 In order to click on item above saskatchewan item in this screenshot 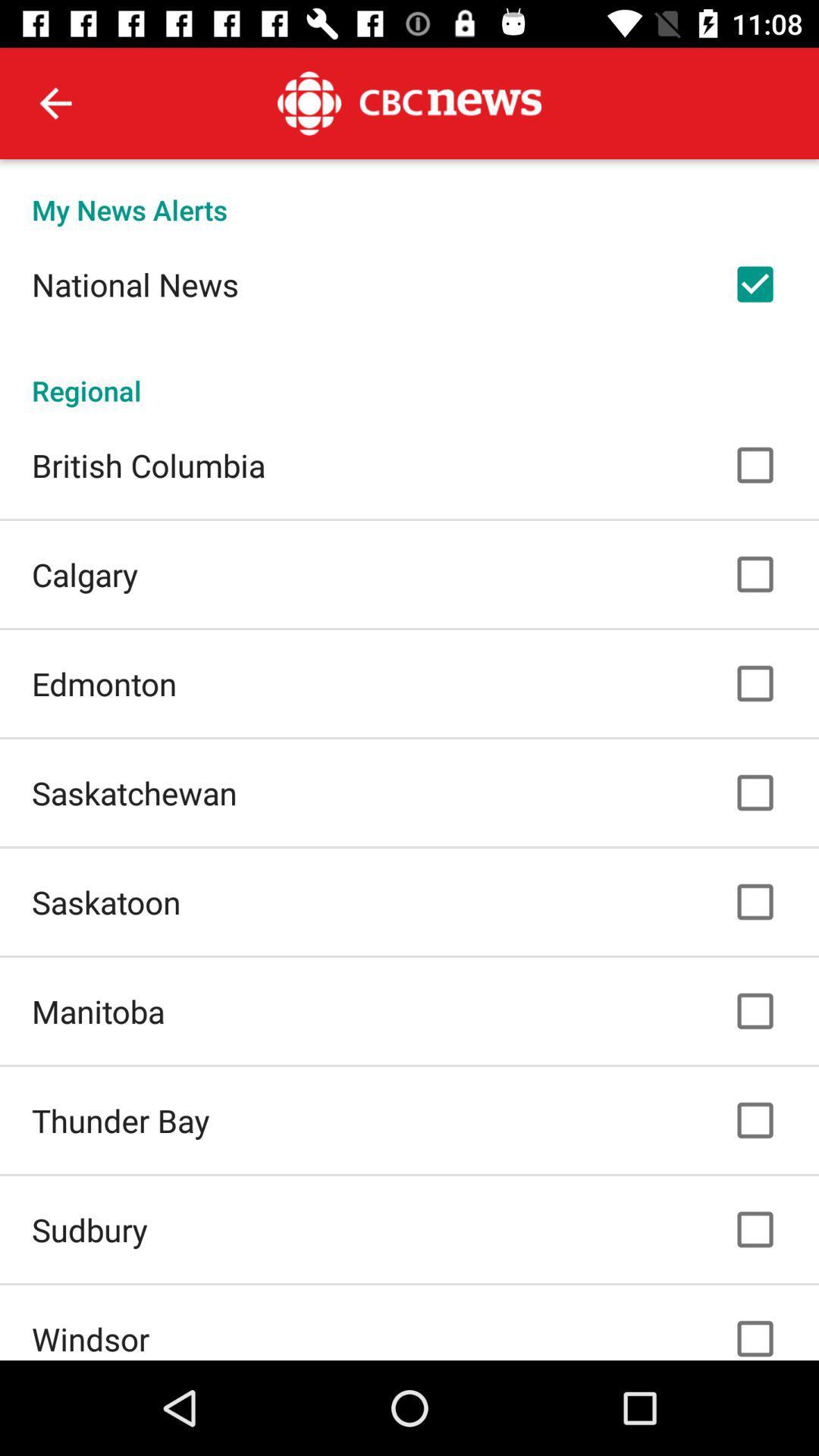, I will do `click(103, 682)`.